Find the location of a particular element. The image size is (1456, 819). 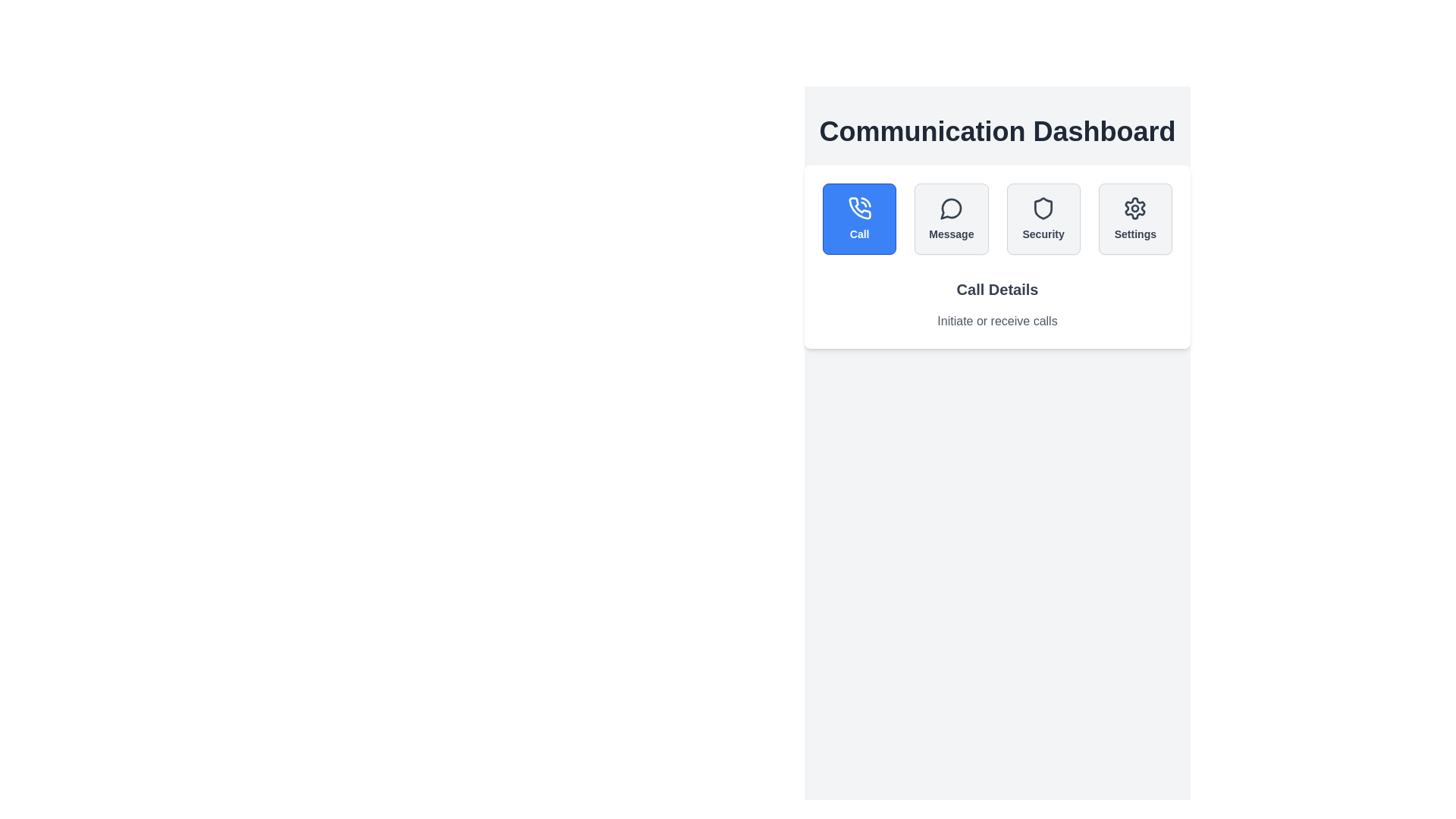

the messaging button located just below the 'Communication Dashboard' heading, second from the left in a row of four elements is located at coordinates (950, 219).